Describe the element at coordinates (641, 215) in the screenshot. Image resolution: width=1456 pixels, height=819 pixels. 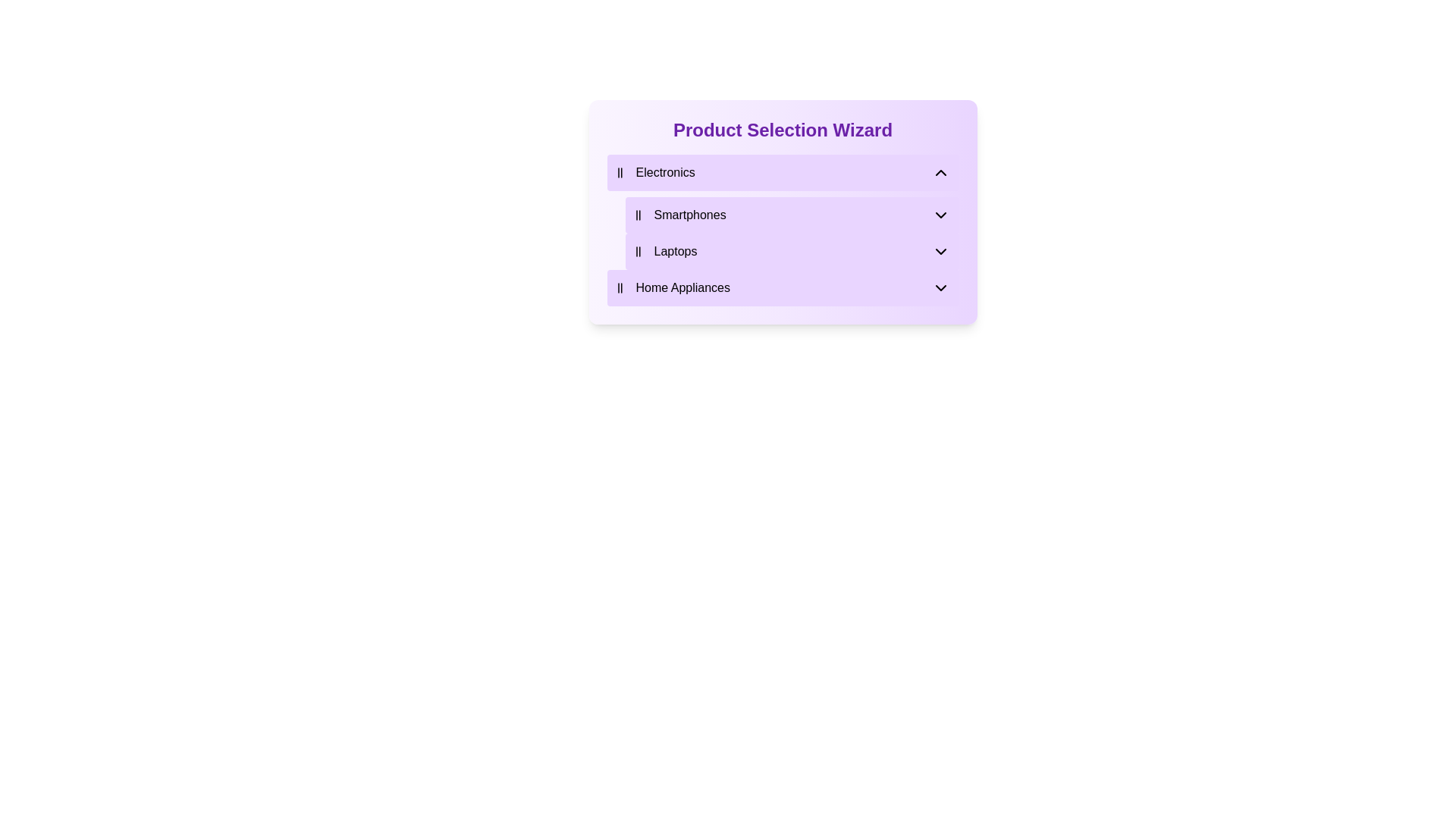
I see `the small graphic icon consisting of two parallel vertical bars, located to the left of the 'Smartphones' label in the 'Product Selection Wizard' interface` at that location.